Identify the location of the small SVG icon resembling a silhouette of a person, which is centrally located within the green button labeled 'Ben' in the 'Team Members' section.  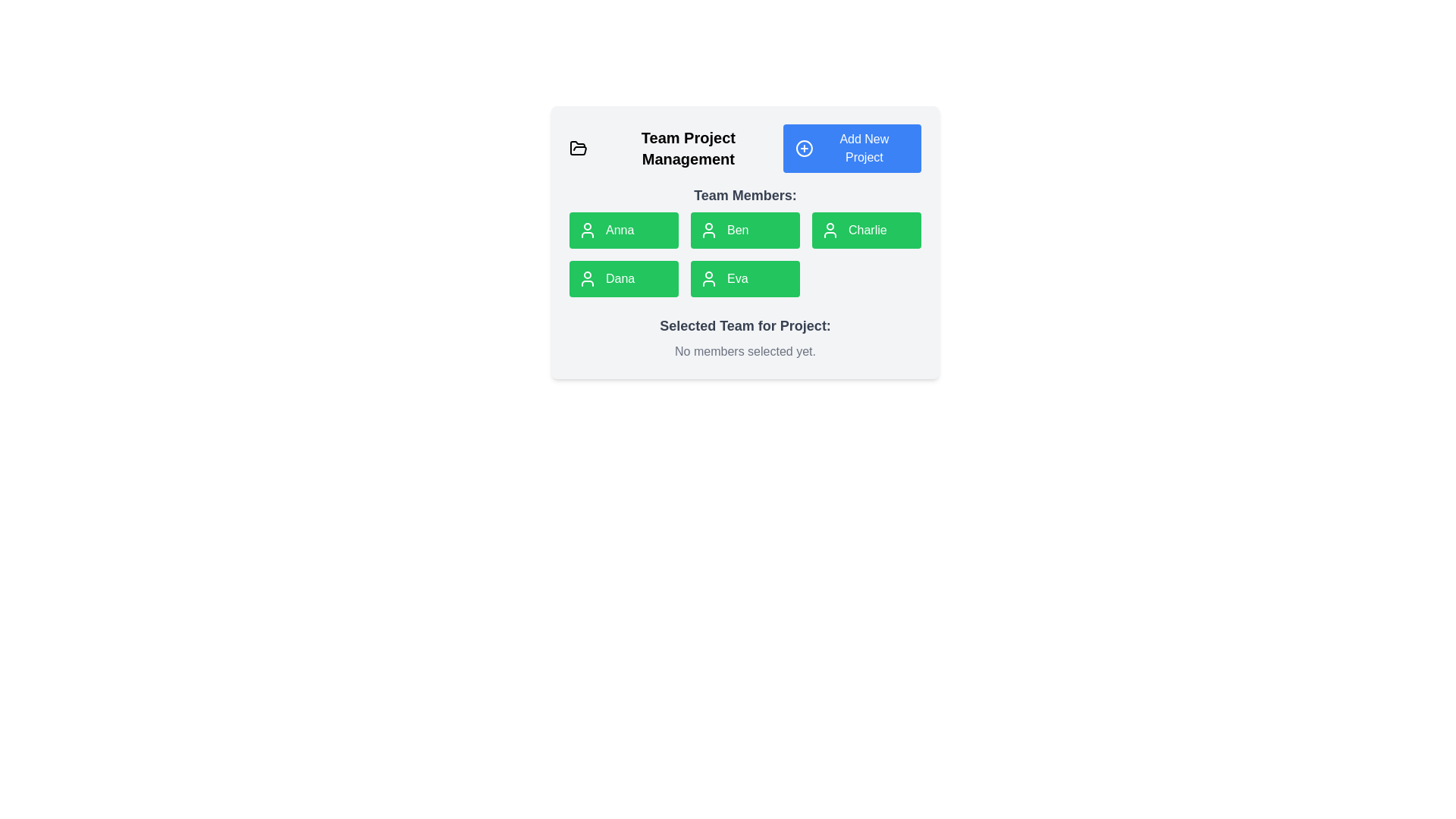
(708, 231).